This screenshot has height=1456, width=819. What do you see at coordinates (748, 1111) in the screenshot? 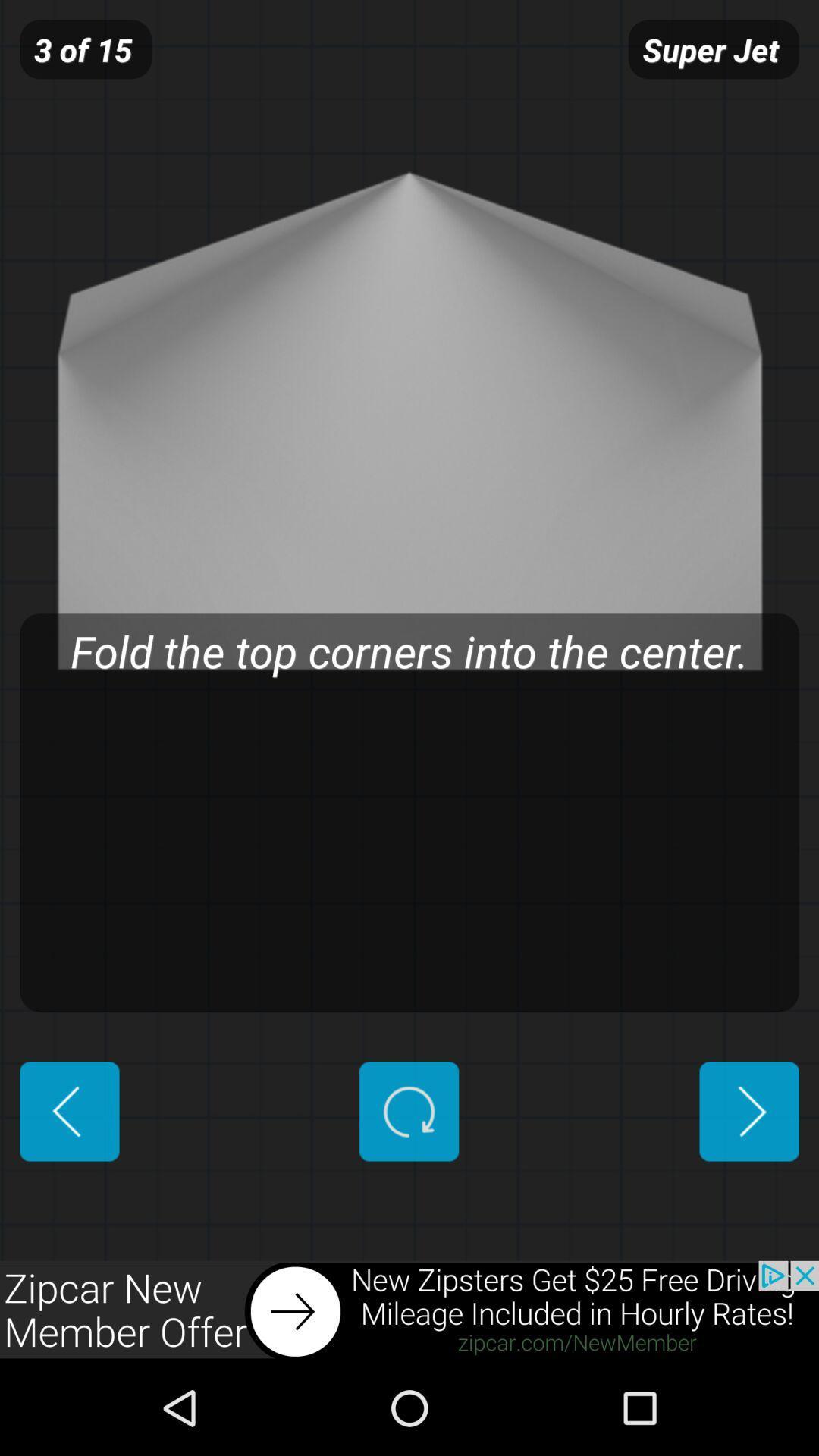
I see `advance to next page` at bounding box center [748, 1111].